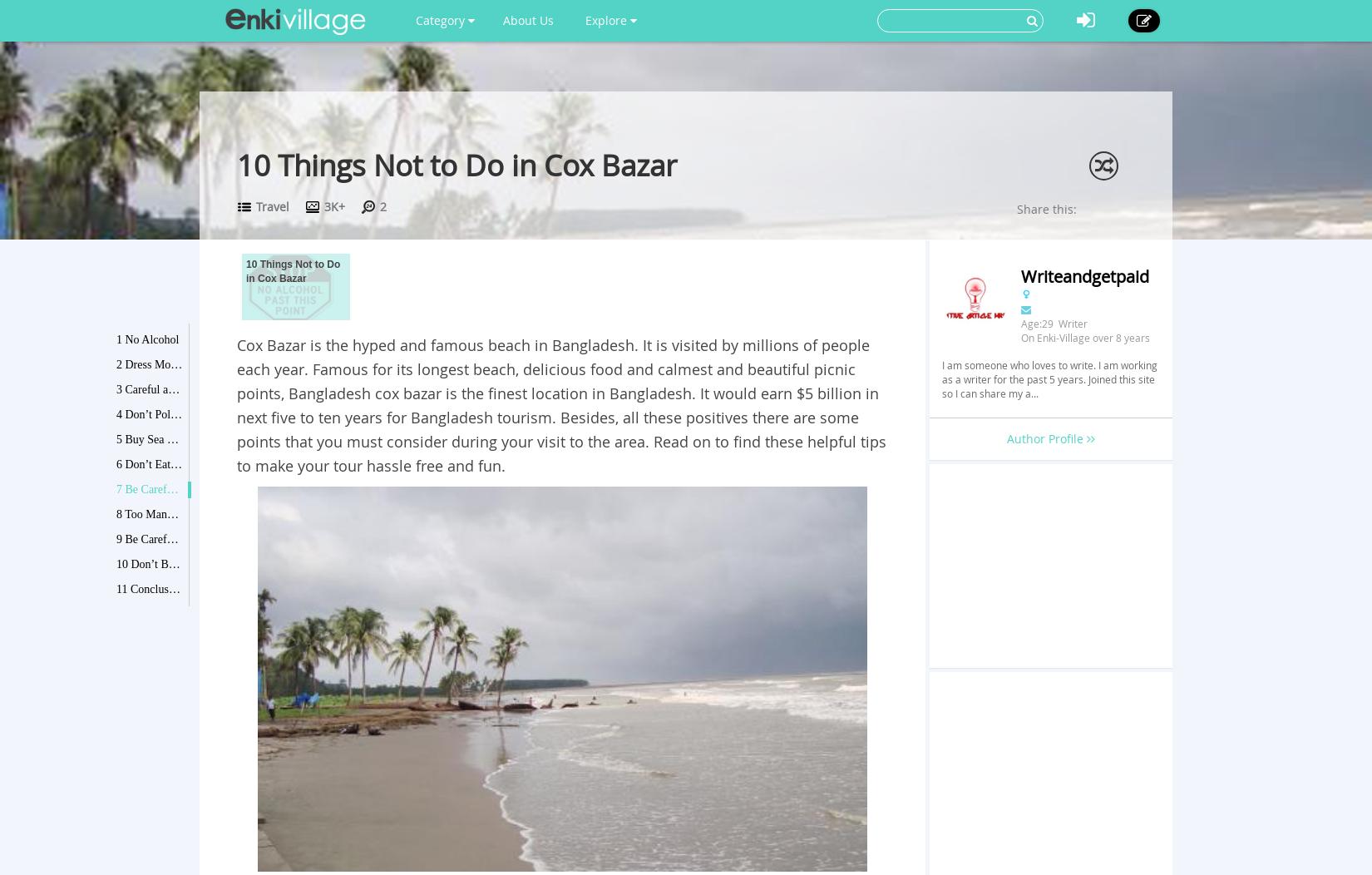 The image size is (1372, 875). What do you see at coordinates (606, 20) in the screenshot?
I see `'Explore'` at bounding box center [606, 20].